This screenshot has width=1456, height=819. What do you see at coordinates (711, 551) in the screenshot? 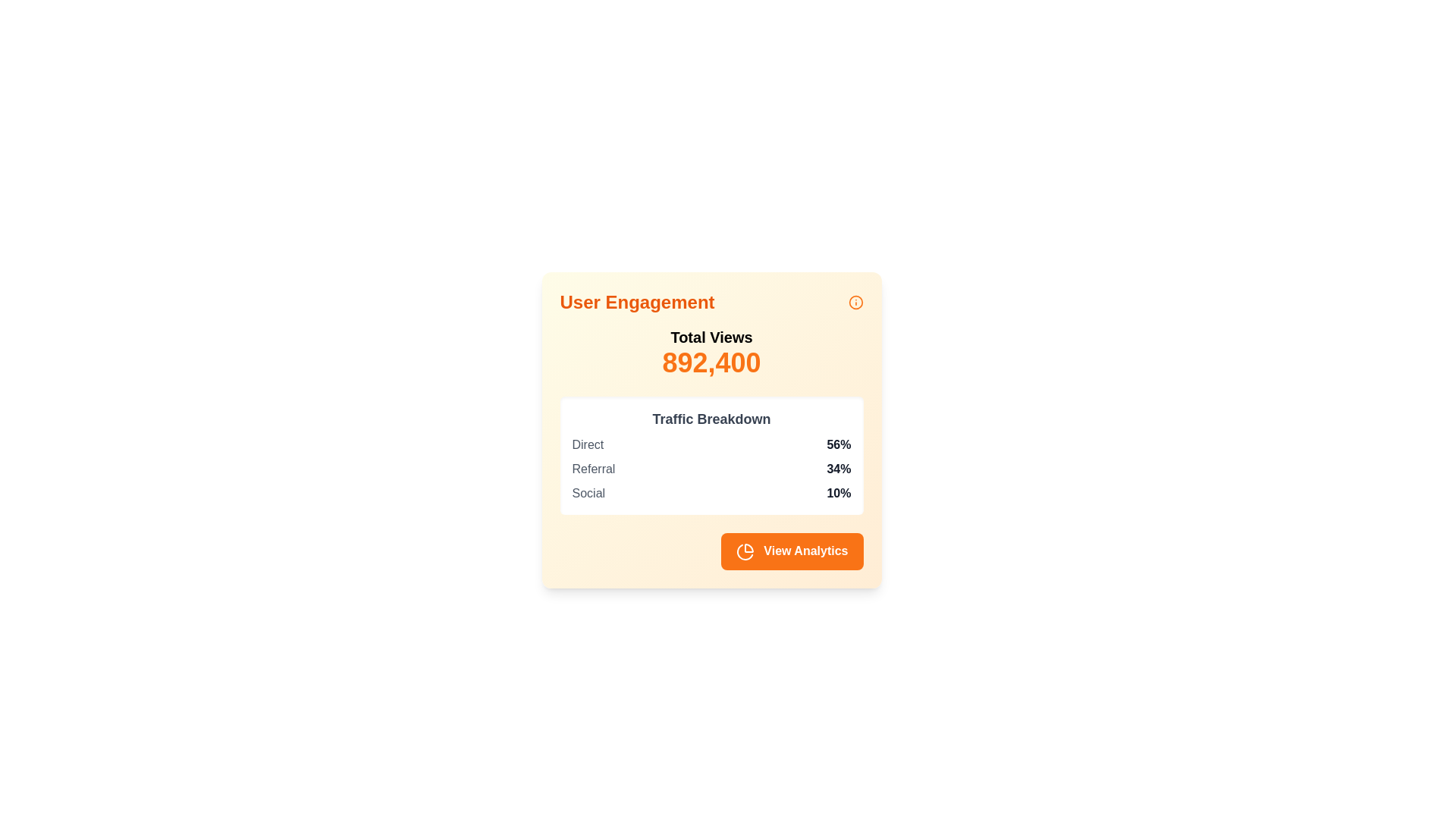
I see `the button located at the bottom right corner of the user's engagement card layout` at bounding box center [711, 551].